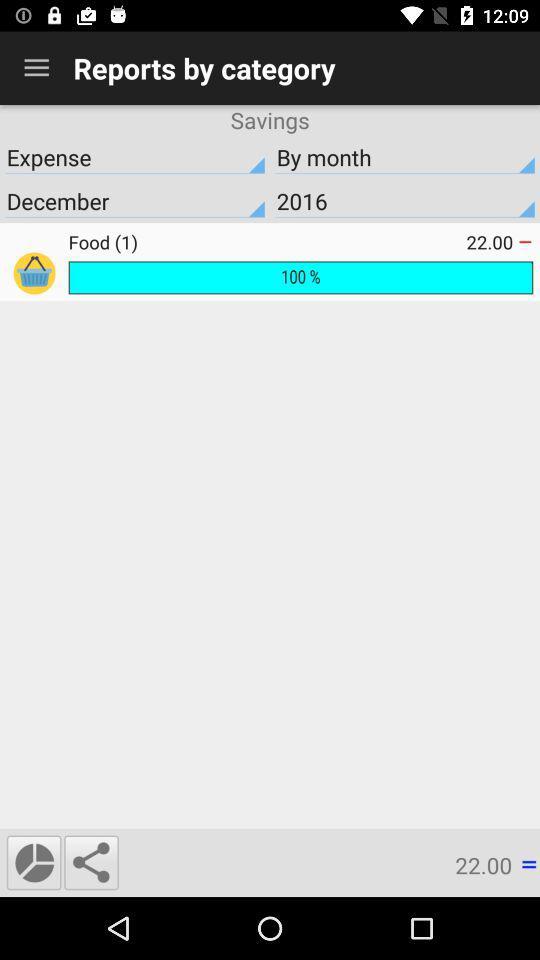 The height and width of the screenshot is (960, 540). What do you see at coordinates (36, 68) in the screenshot?
I see `the item above the savings item` at bounding box center [36, 68].